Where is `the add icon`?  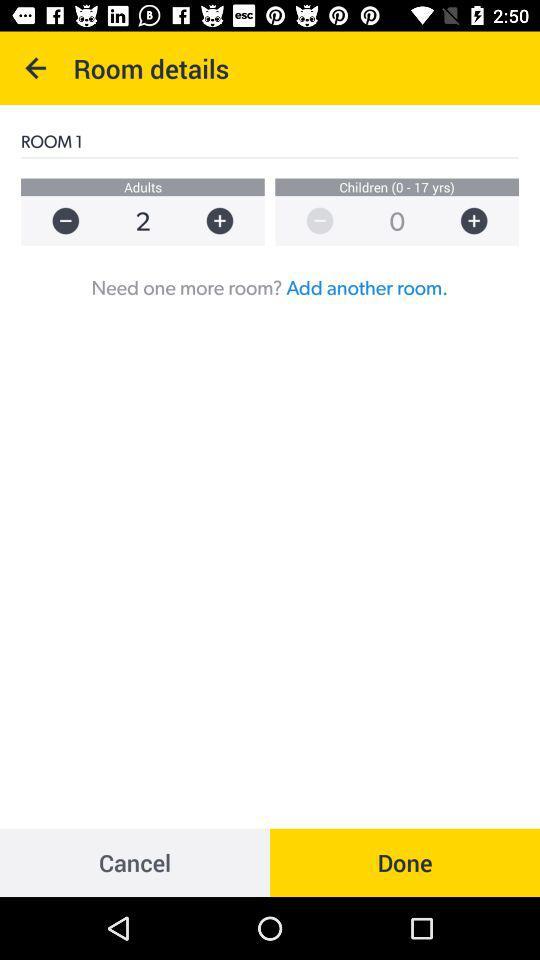 the add icon is located at coordinates (483, 221).